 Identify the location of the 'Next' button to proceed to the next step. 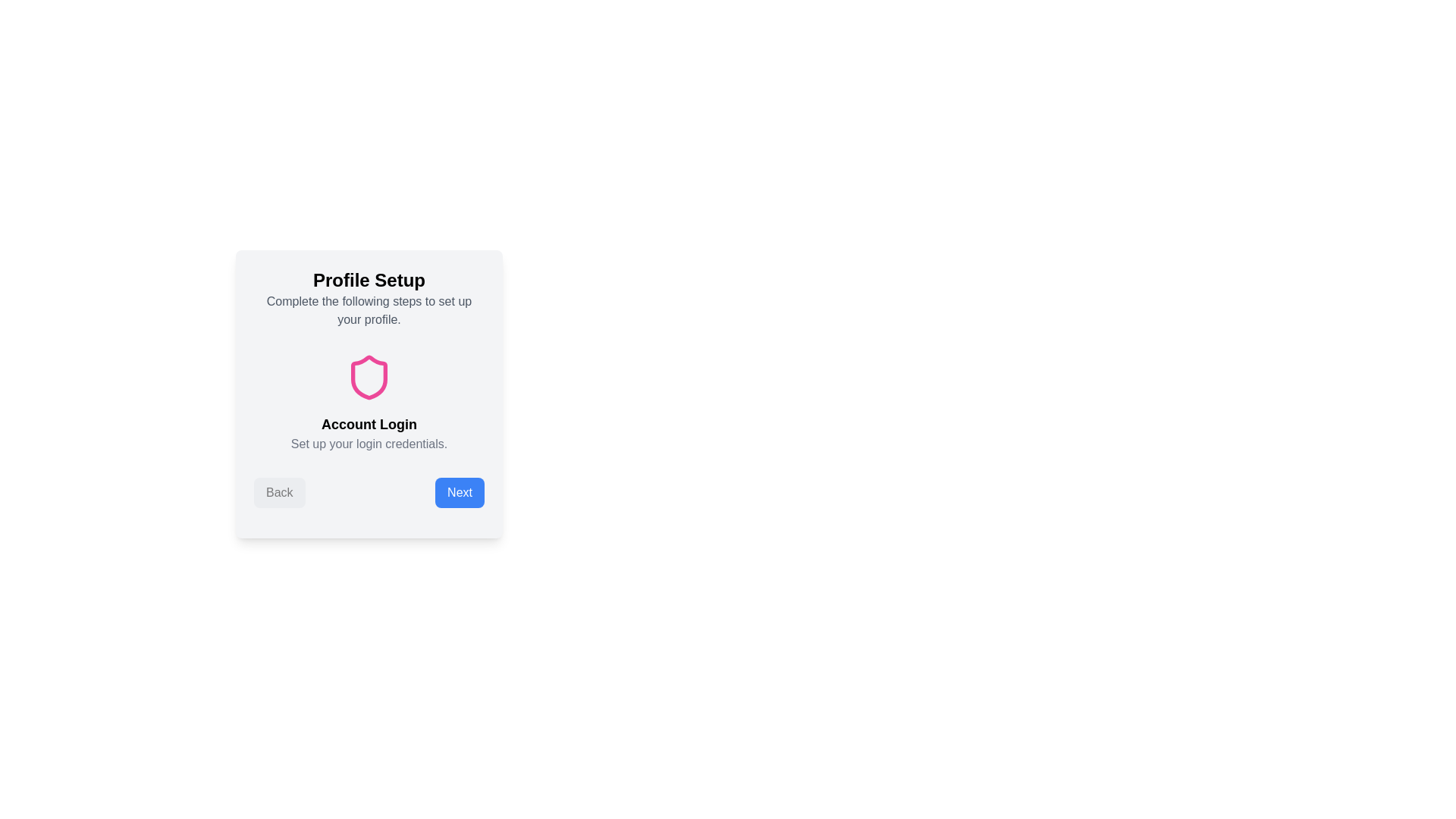
(458, 493).